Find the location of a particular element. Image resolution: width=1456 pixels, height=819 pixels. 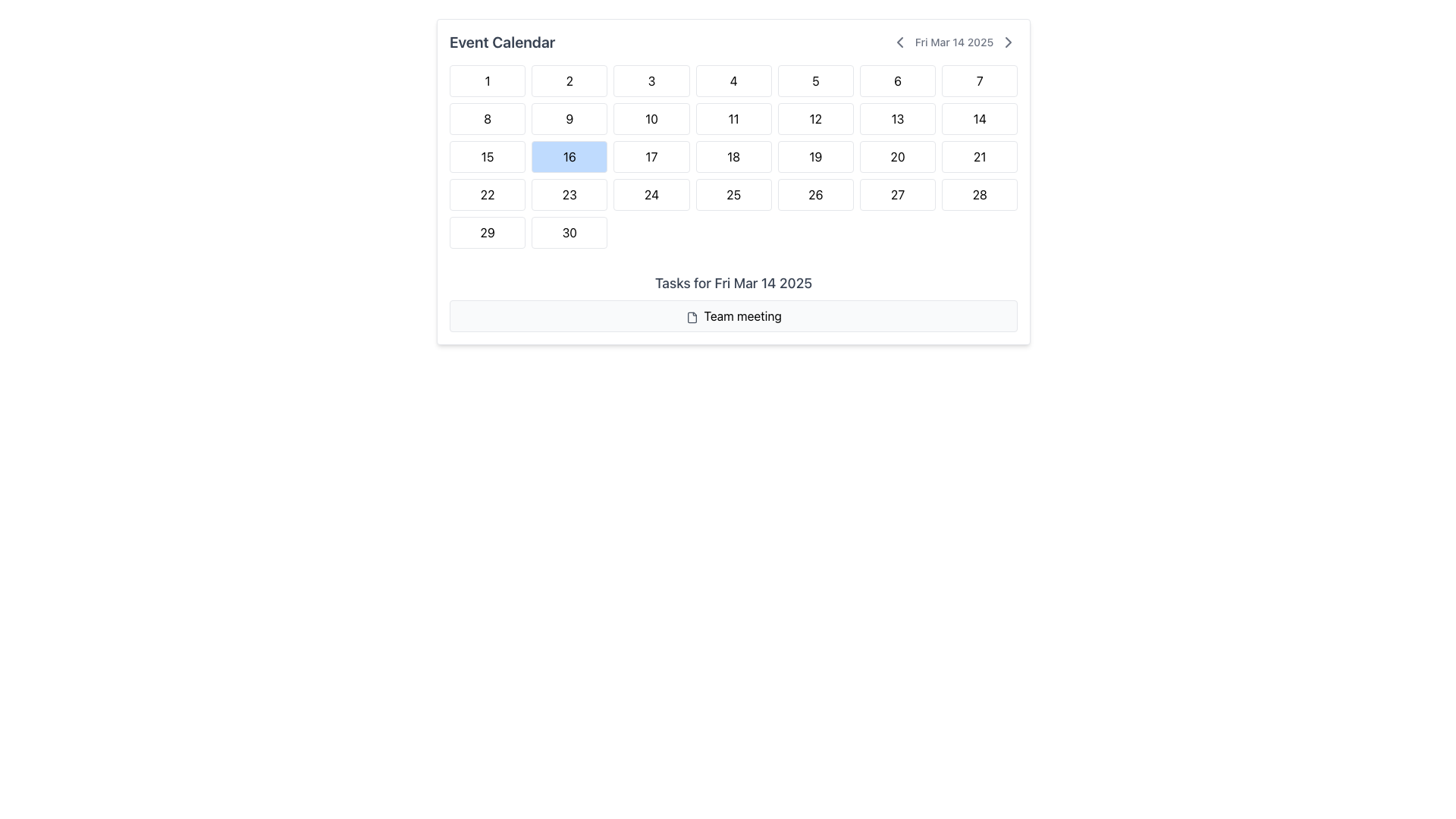

the button representing the 11th day of the month in the calendar interface is located at coordinates (733, 118).